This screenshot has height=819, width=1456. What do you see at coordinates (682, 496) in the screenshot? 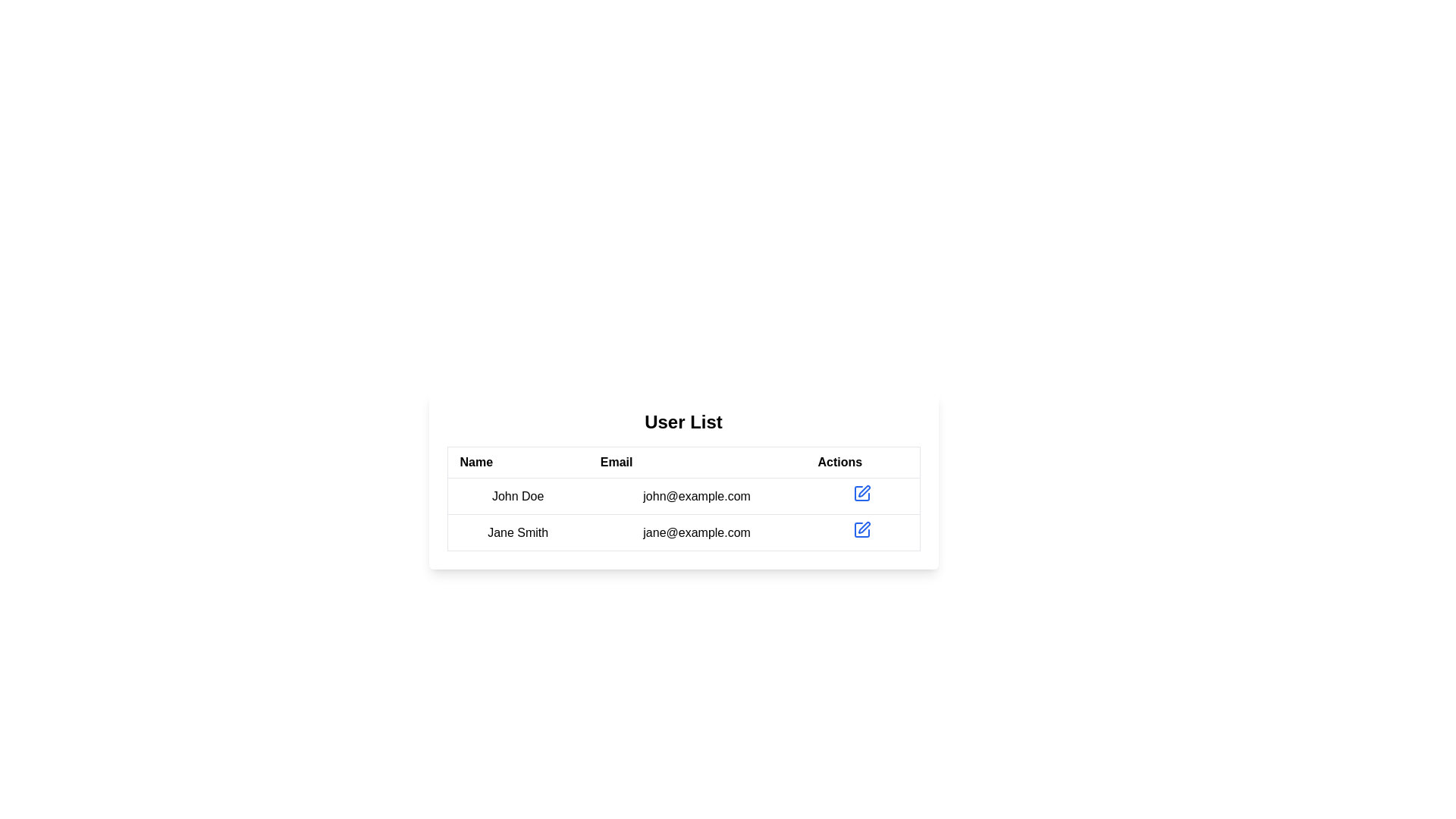
I see `the row containing the name 'John Doe' and email 'john@example.com' for further actions` at bounding box center [682, 496].